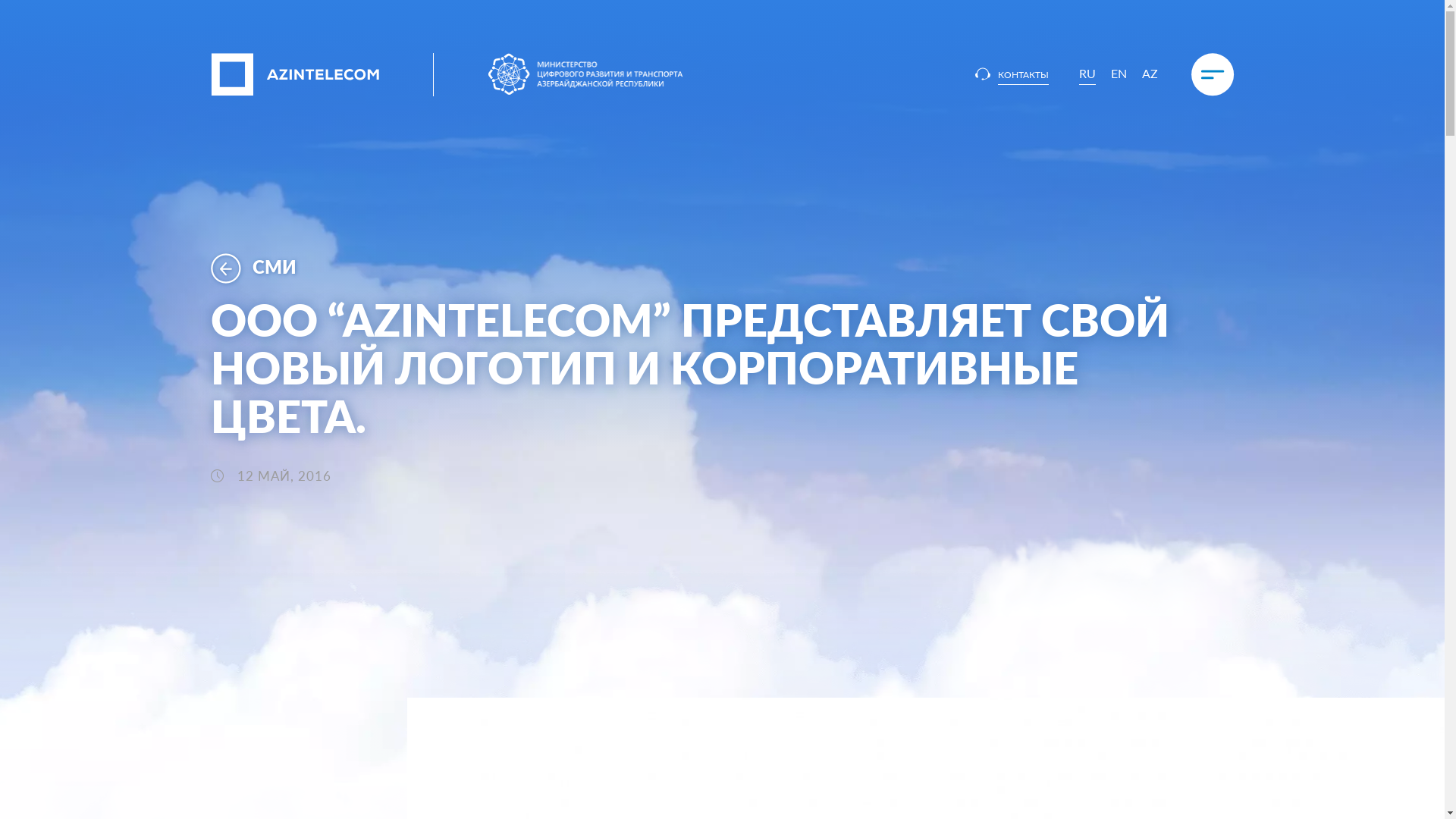 The image size is (1456, 819). I want to click on 'RU', so click(1086, 75).